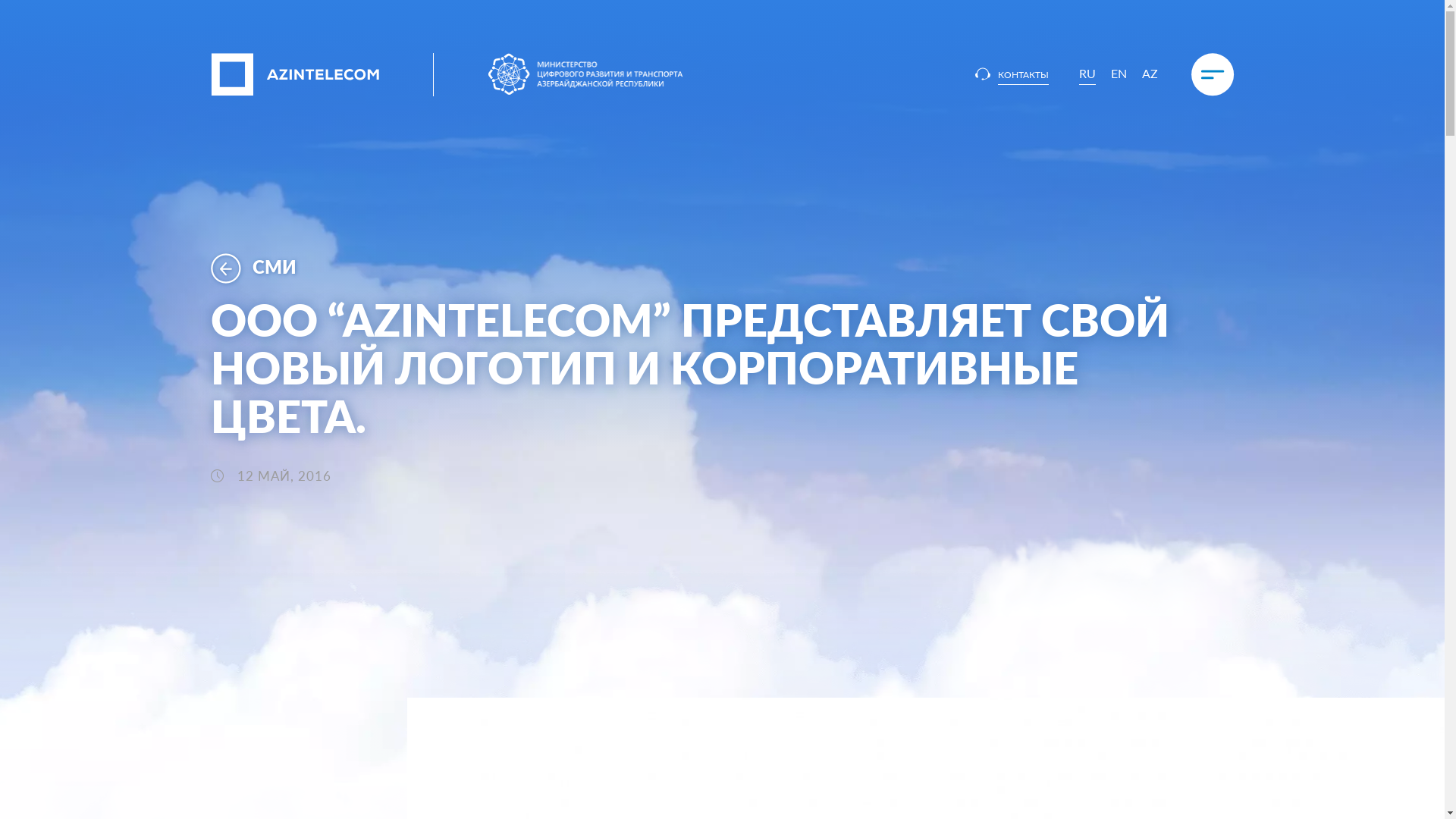 The image size is (1456, 819). I want to click on 'RU', so click(1086, 75).